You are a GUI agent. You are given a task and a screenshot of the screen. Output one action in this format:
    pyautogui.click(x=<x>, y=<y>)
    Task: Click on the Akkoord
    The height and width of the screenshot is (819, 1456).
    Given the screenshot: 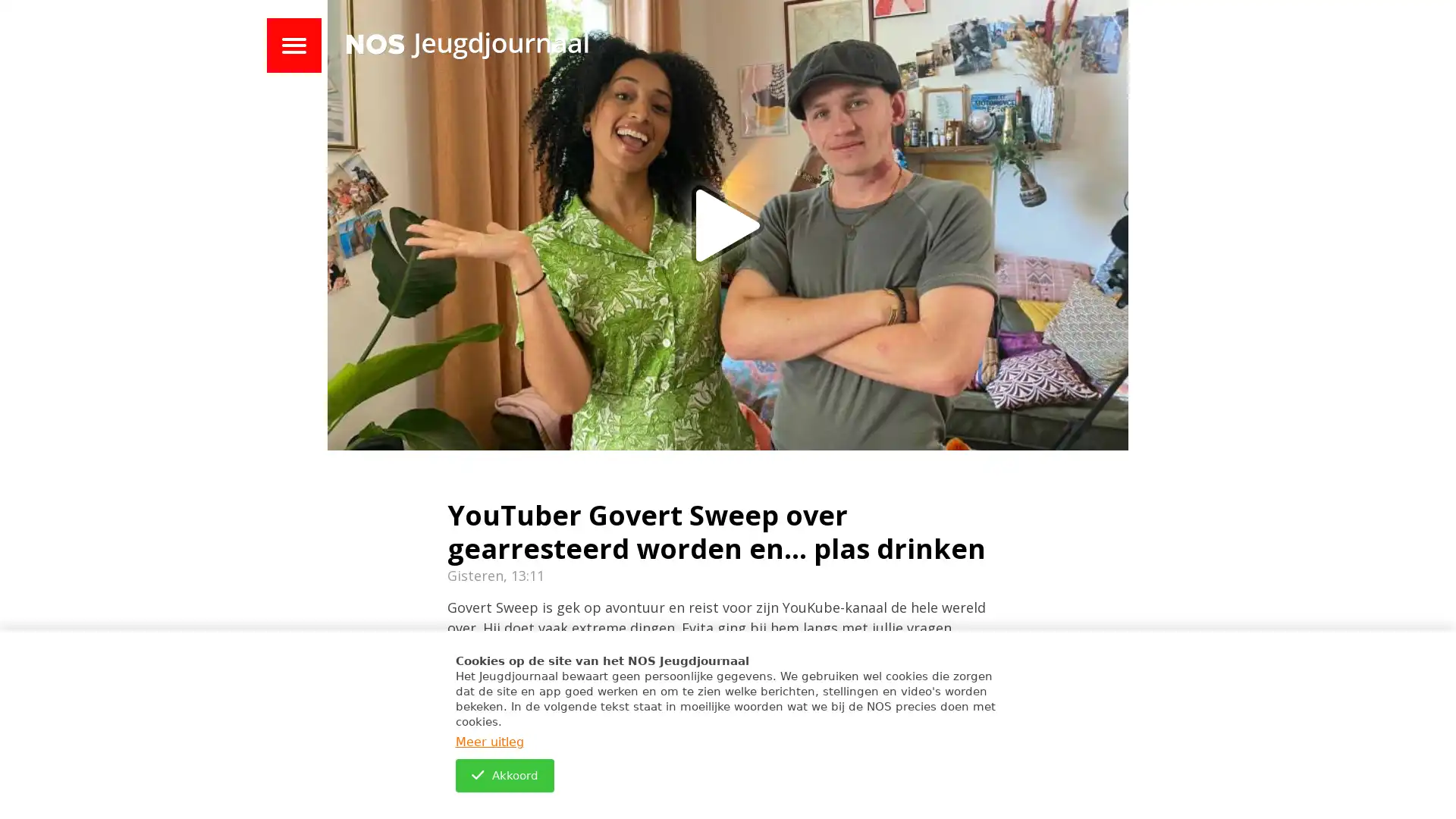 What is the action you would take?
    pyautogui.click(x=504, y=775)
    